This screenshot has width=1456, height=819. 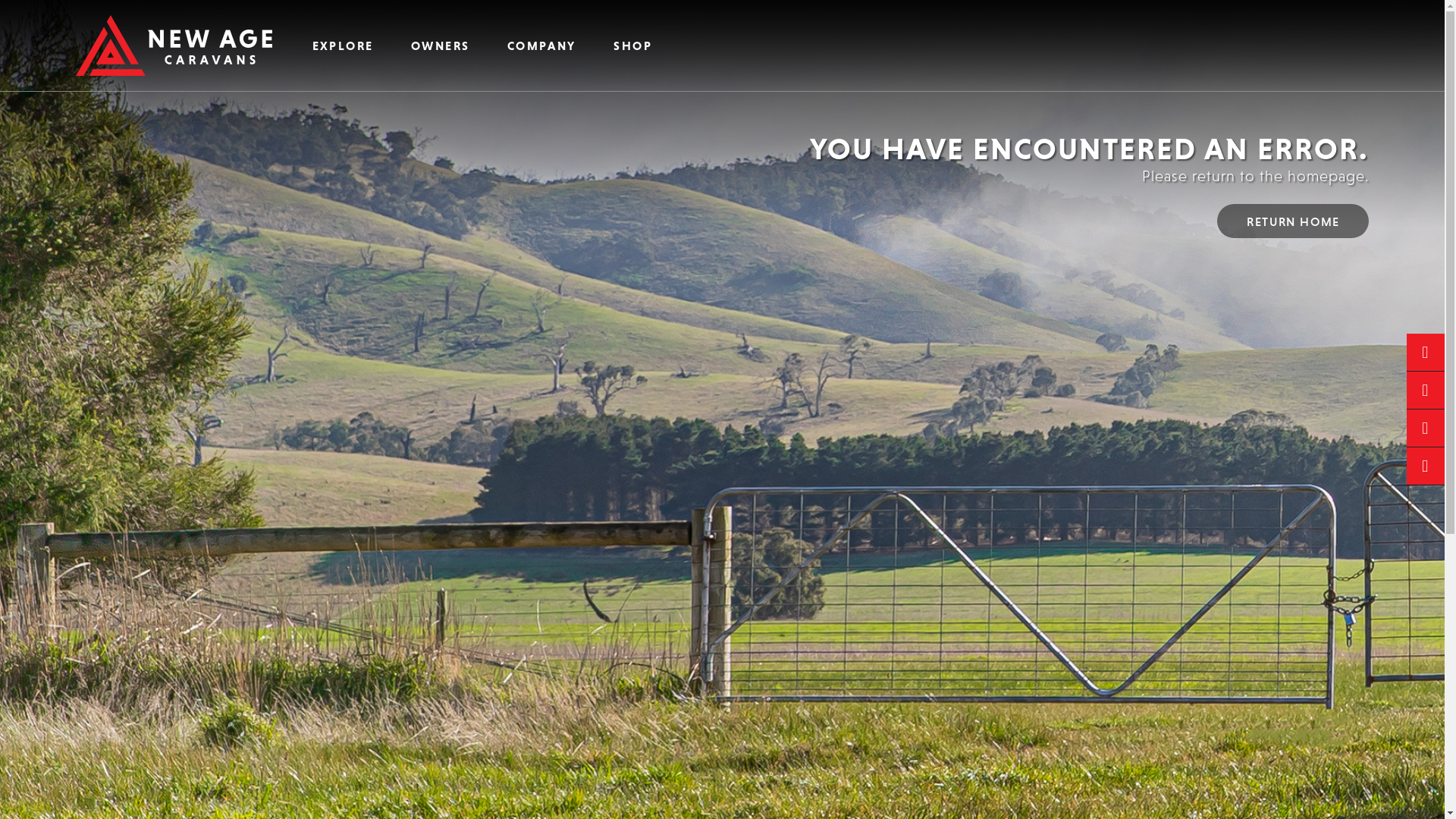 I want to click on 'SHOP', so click(x=633, y=45).